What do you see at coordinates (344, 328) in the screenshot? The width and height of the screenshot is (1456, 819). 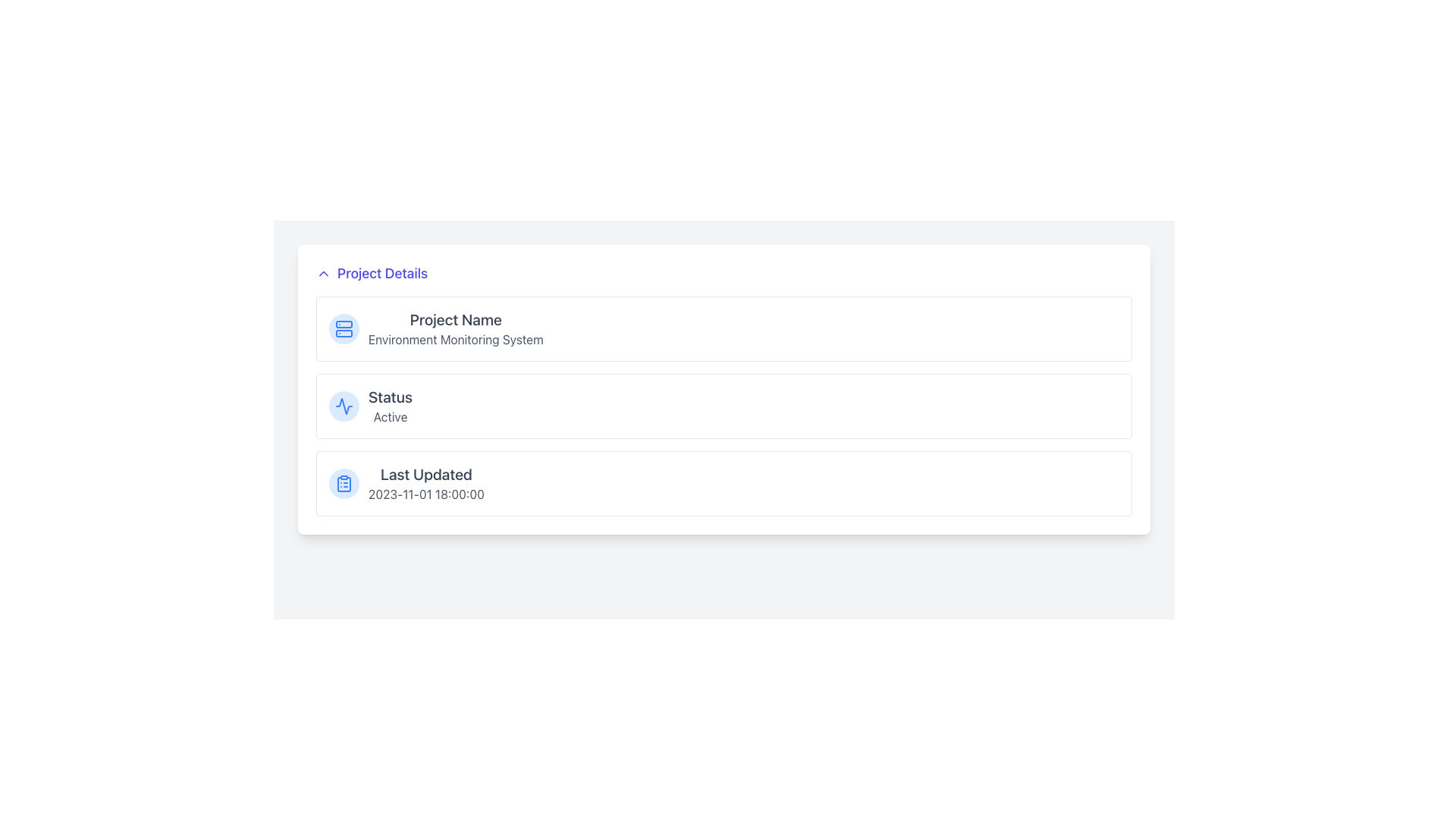 I see `the icon representing the 'Project Name' section located on the far left inside the first section under the 'Project Details' heading` at bounding box center [344, 328].